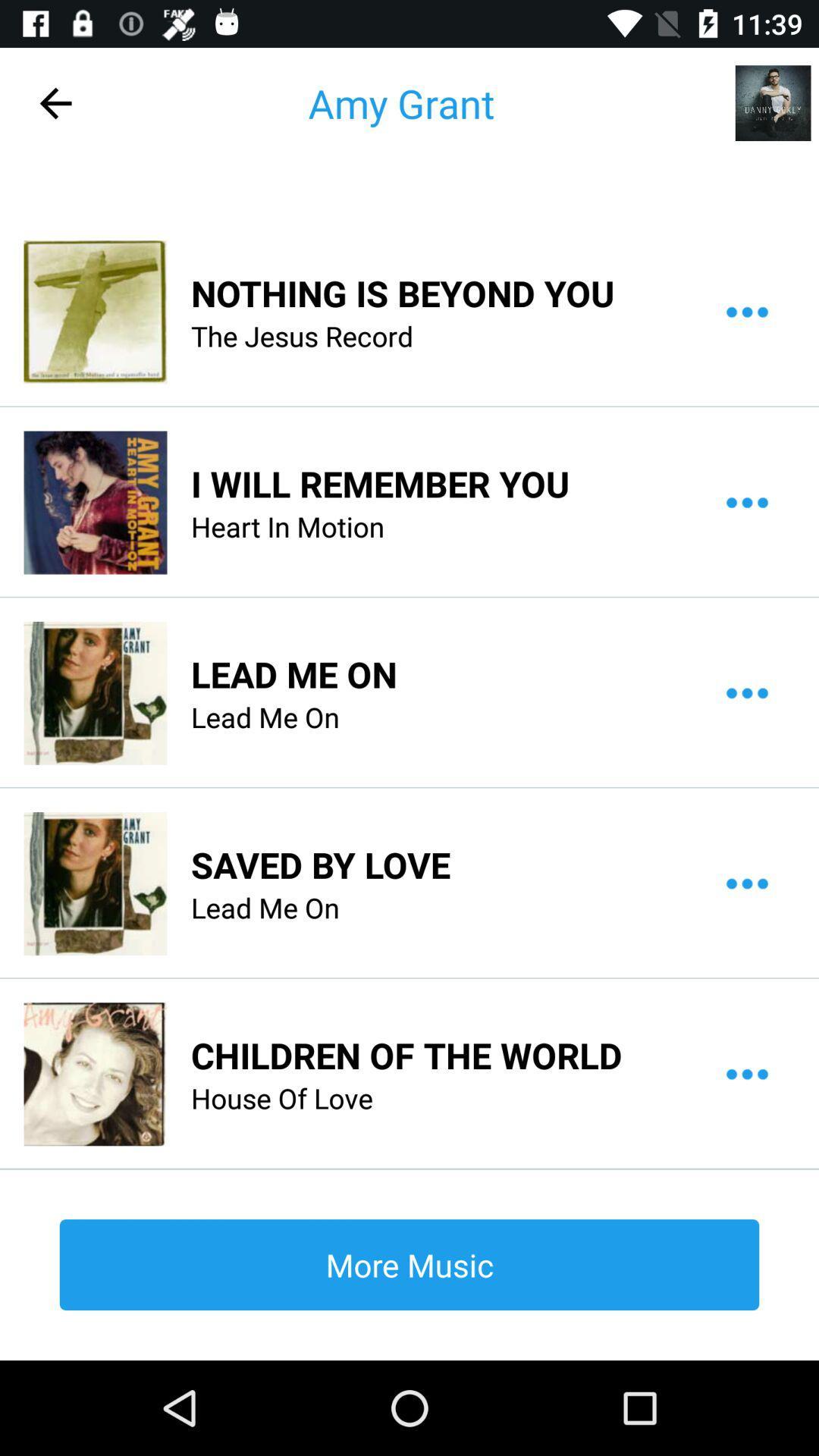 The height and width of the screenshot is (1456, 819). What do you see at coordinates (95, 311) in the screenshot?
I see `item next to nothing is beyond icon` at bounding box center [95, 311].